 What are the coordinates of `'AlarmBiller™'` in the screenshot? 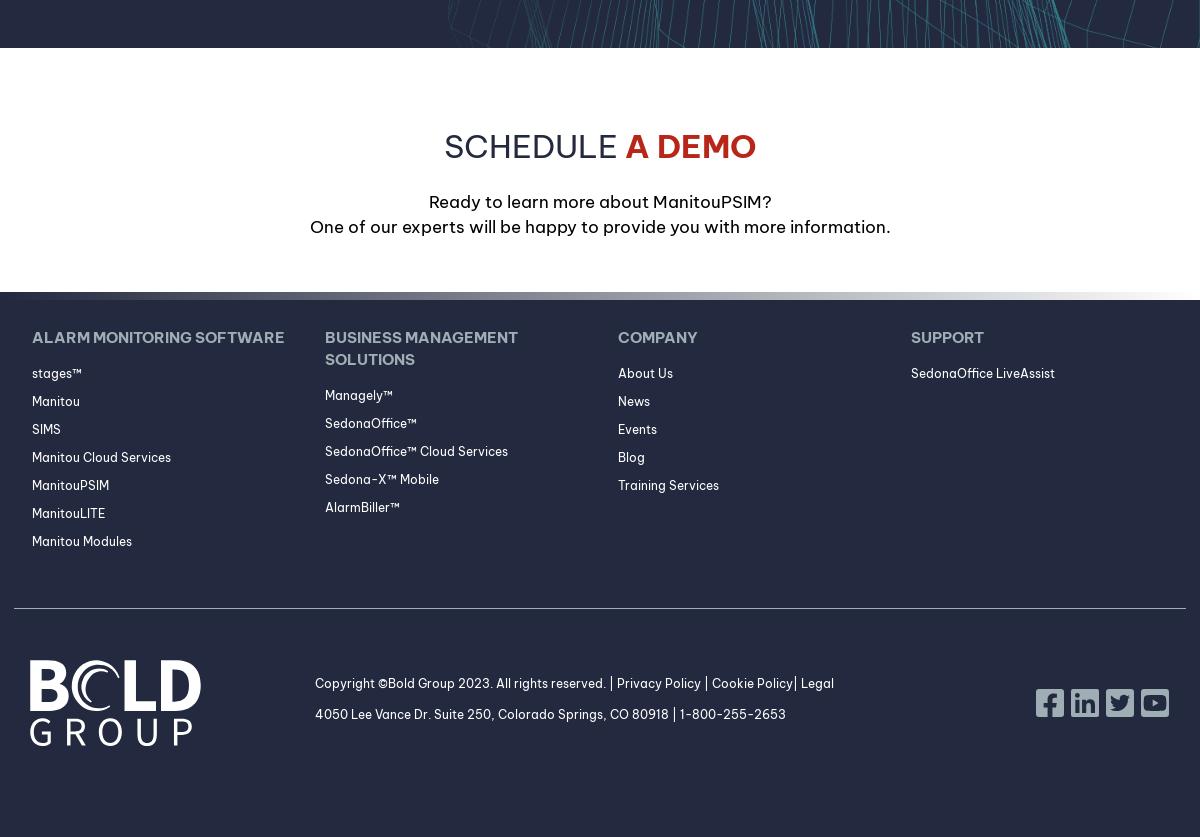 It's located at (361, 506).